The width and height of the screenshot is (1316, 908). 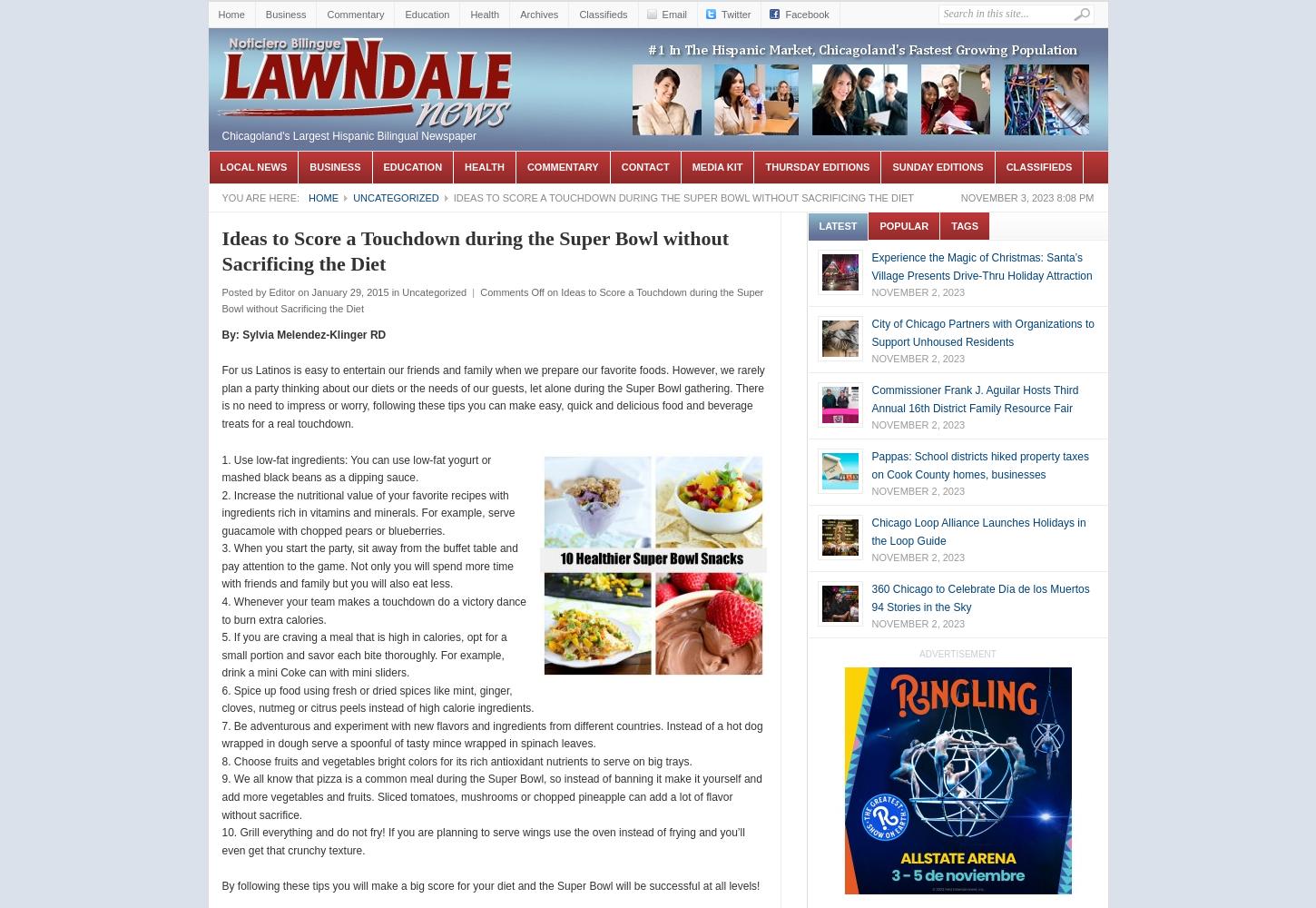 What do you see at coordinates (281, 291) in the screenshot?
I see `'Editor'` at bounding box center [281, 291].